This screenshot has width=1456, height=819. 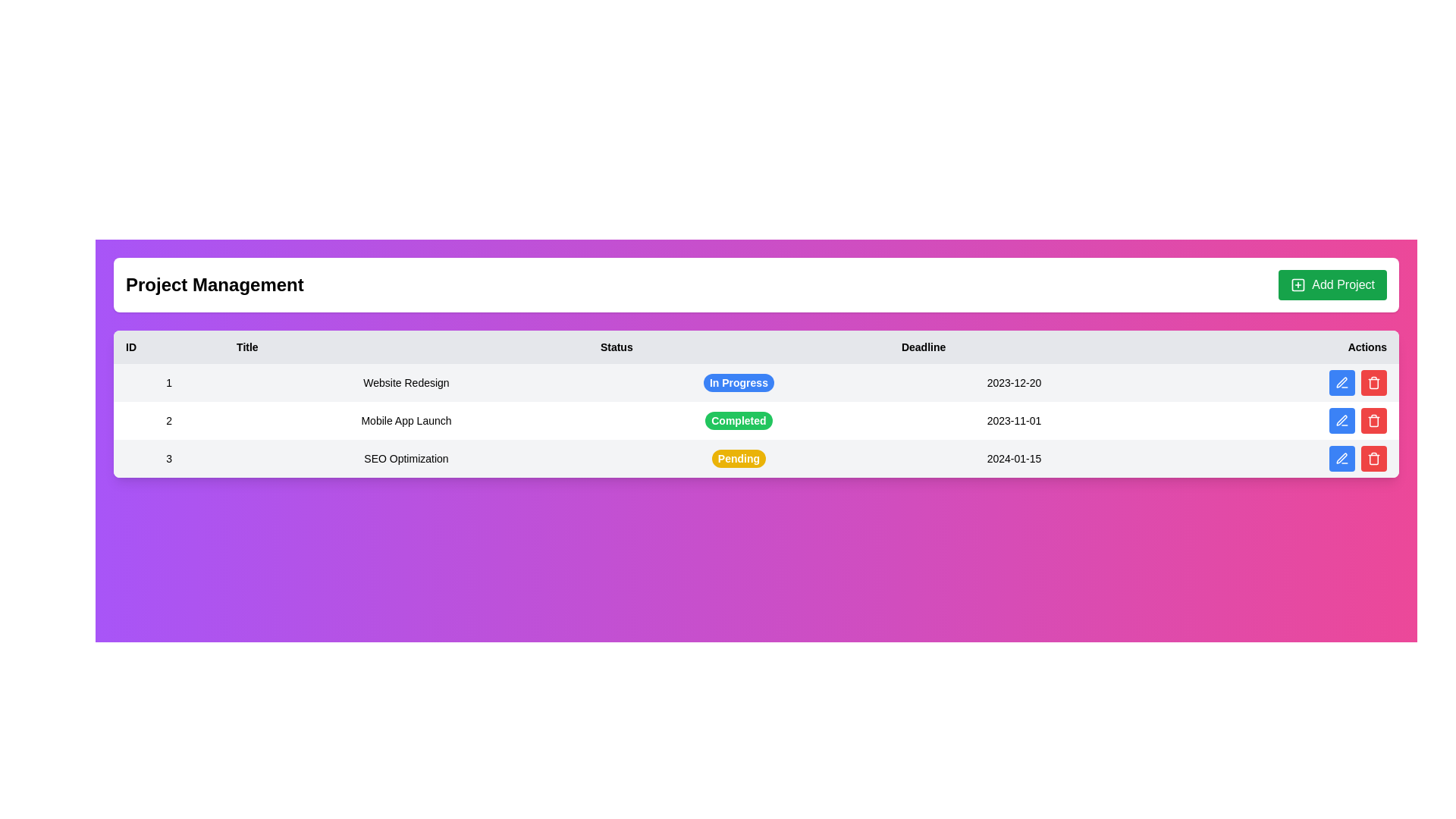 I want to click on the red trash bin icon located on the far right side of the third row in the 'Actions' column of the table, so click(x=1373, y=458).